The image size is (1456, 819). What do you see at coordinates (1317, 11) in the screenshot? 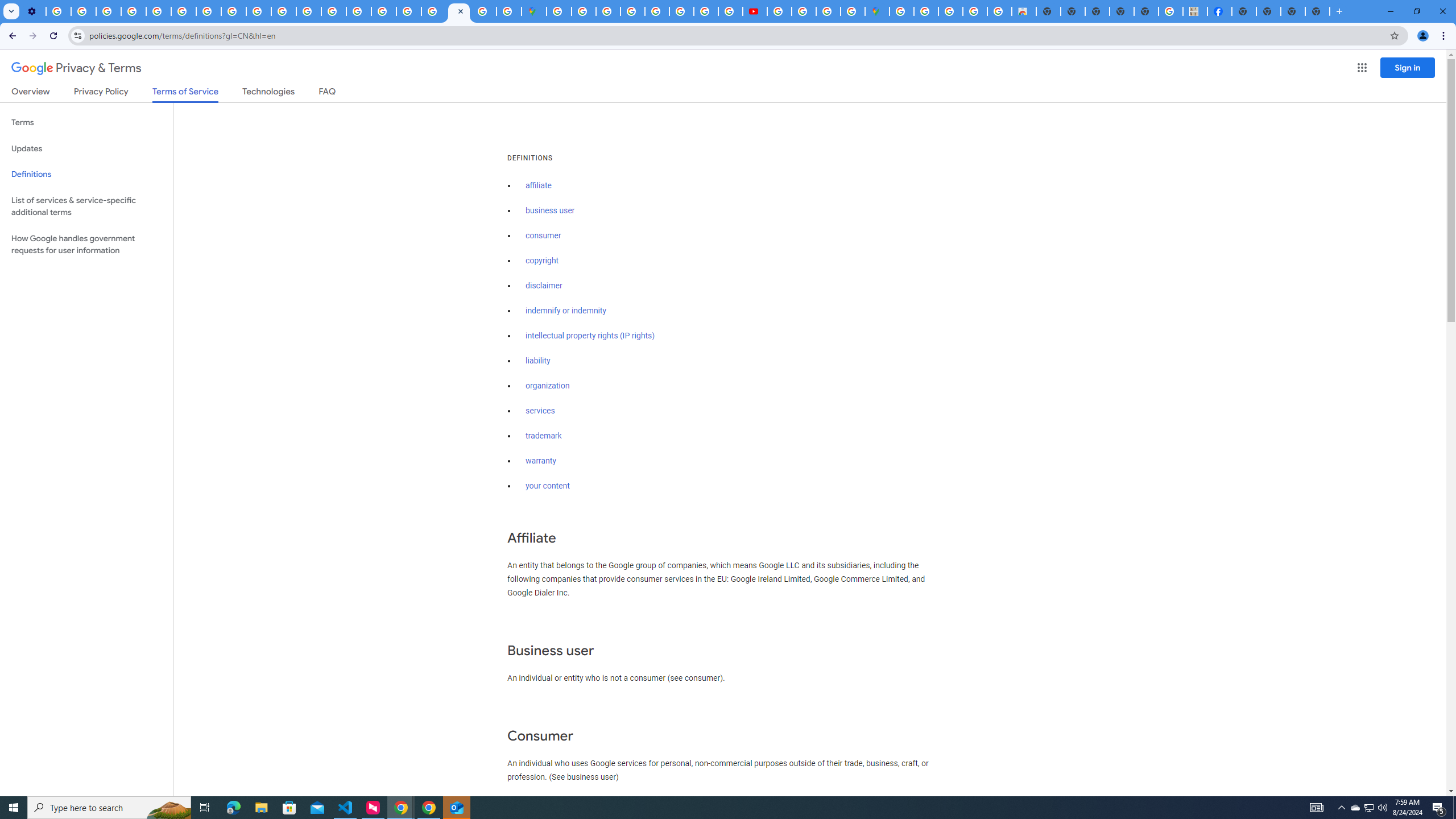
I see `'New Tab'` at bounding box center [1317, 11].